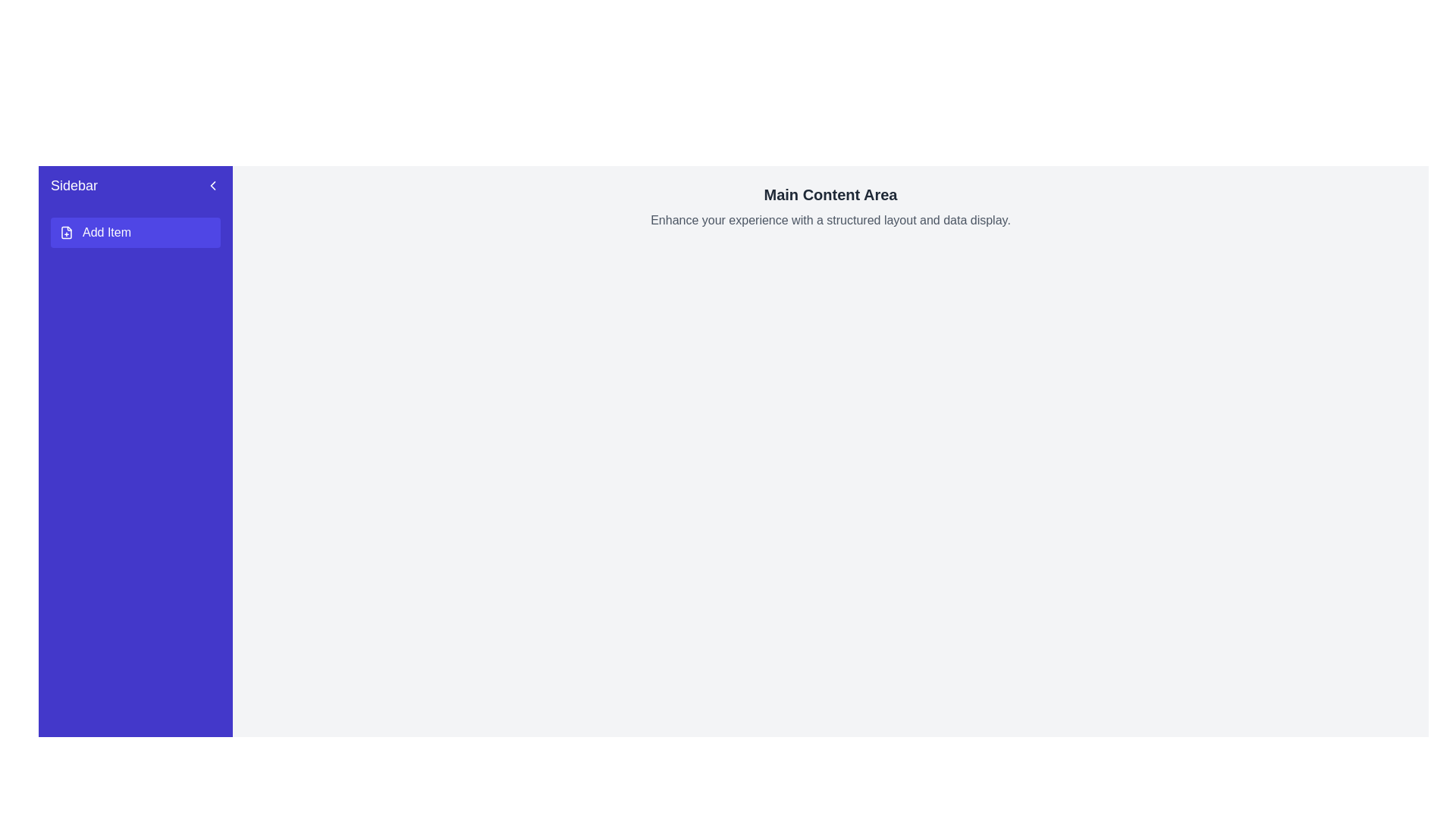 The height and width of the screenshot is (819, 1456). What do you see at coordinates (212, 185) in the screenshot?
I see `the navigation control icon` at bounding box center [212, 185].